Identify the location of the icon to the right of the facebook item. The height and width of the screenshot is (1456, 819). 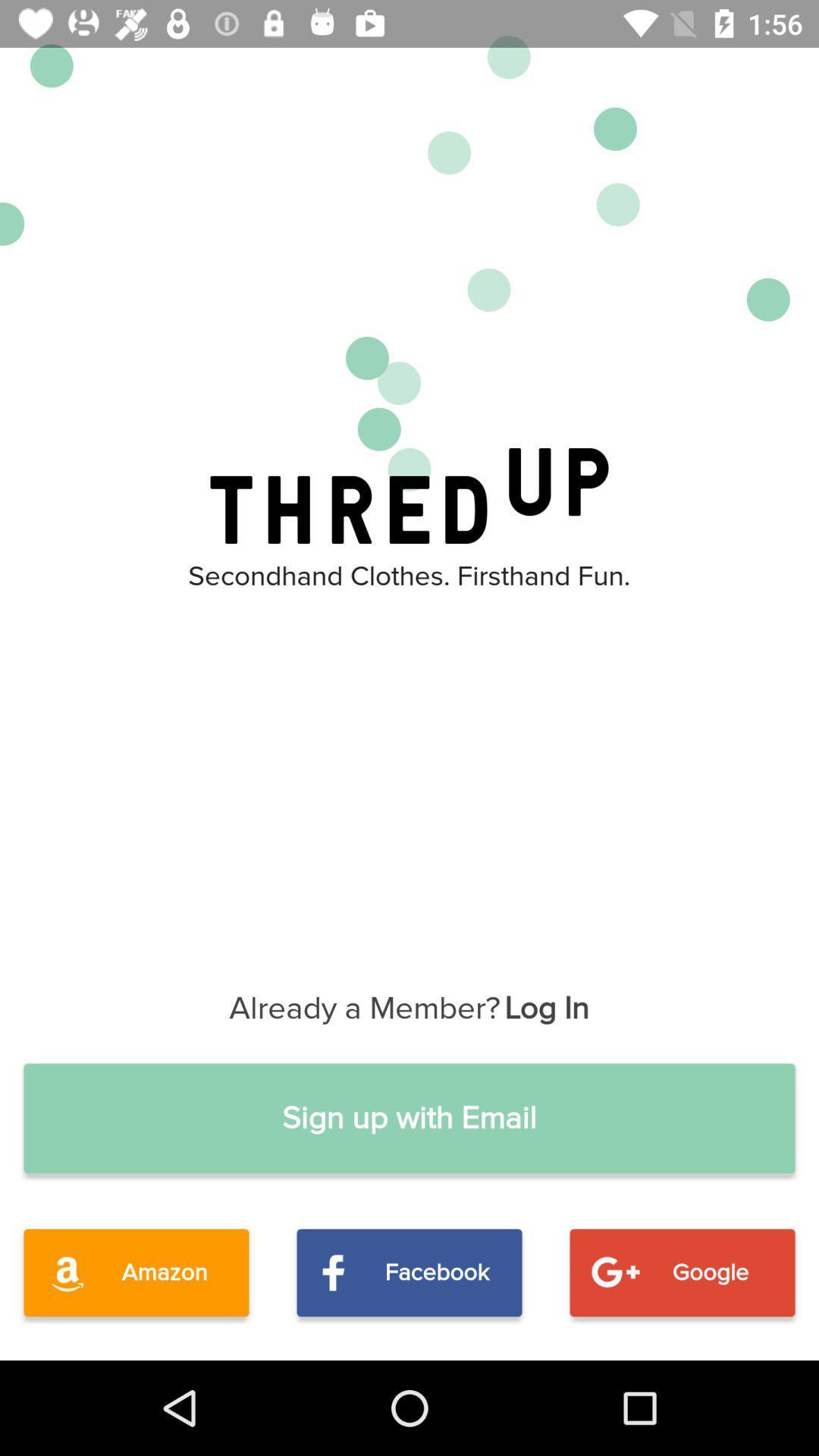
(681, 1272).